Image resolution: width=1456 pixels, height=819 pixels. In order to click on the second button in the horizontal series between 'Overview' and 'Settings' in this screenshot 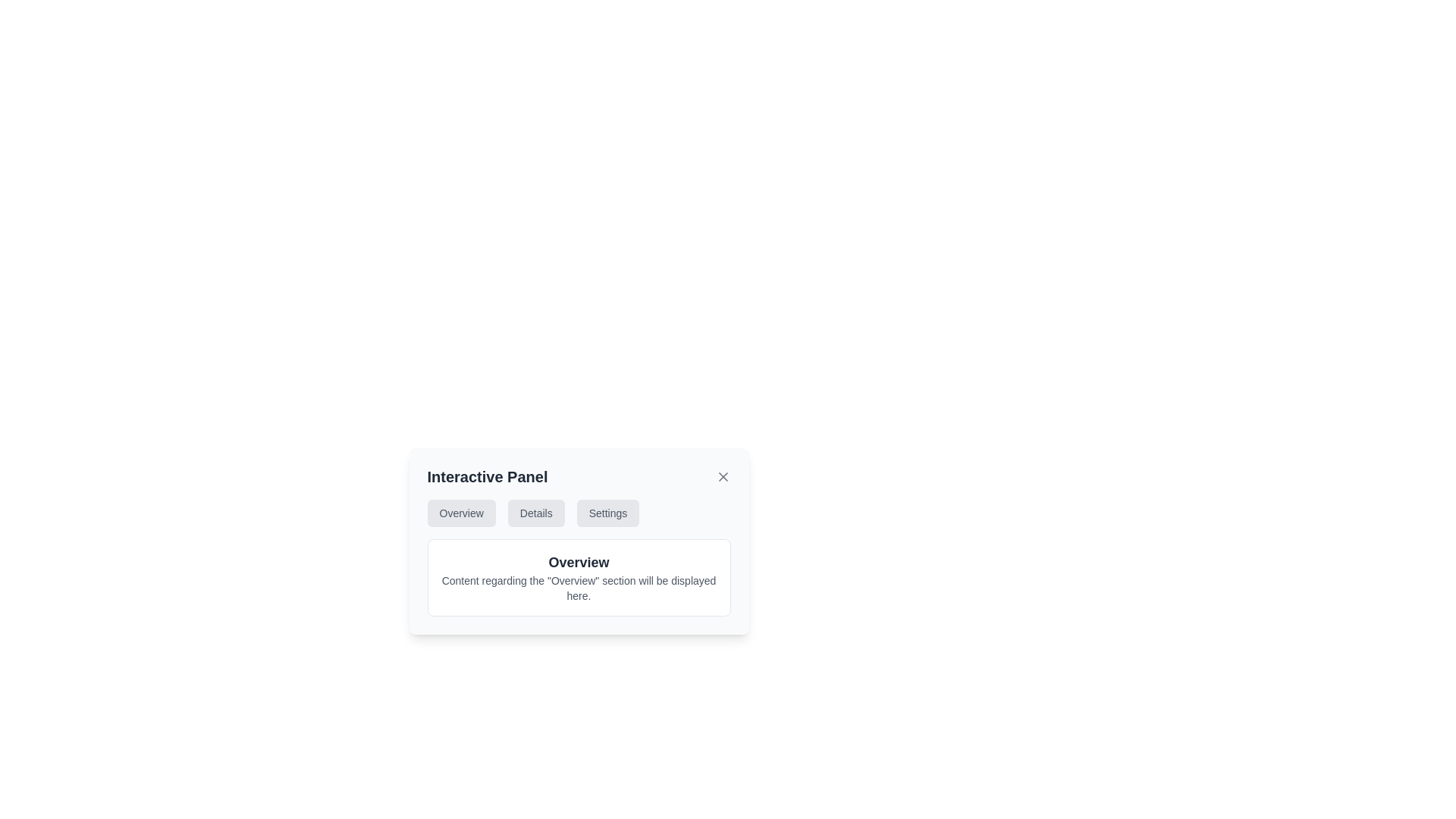, I will do `click(535, 513)`.